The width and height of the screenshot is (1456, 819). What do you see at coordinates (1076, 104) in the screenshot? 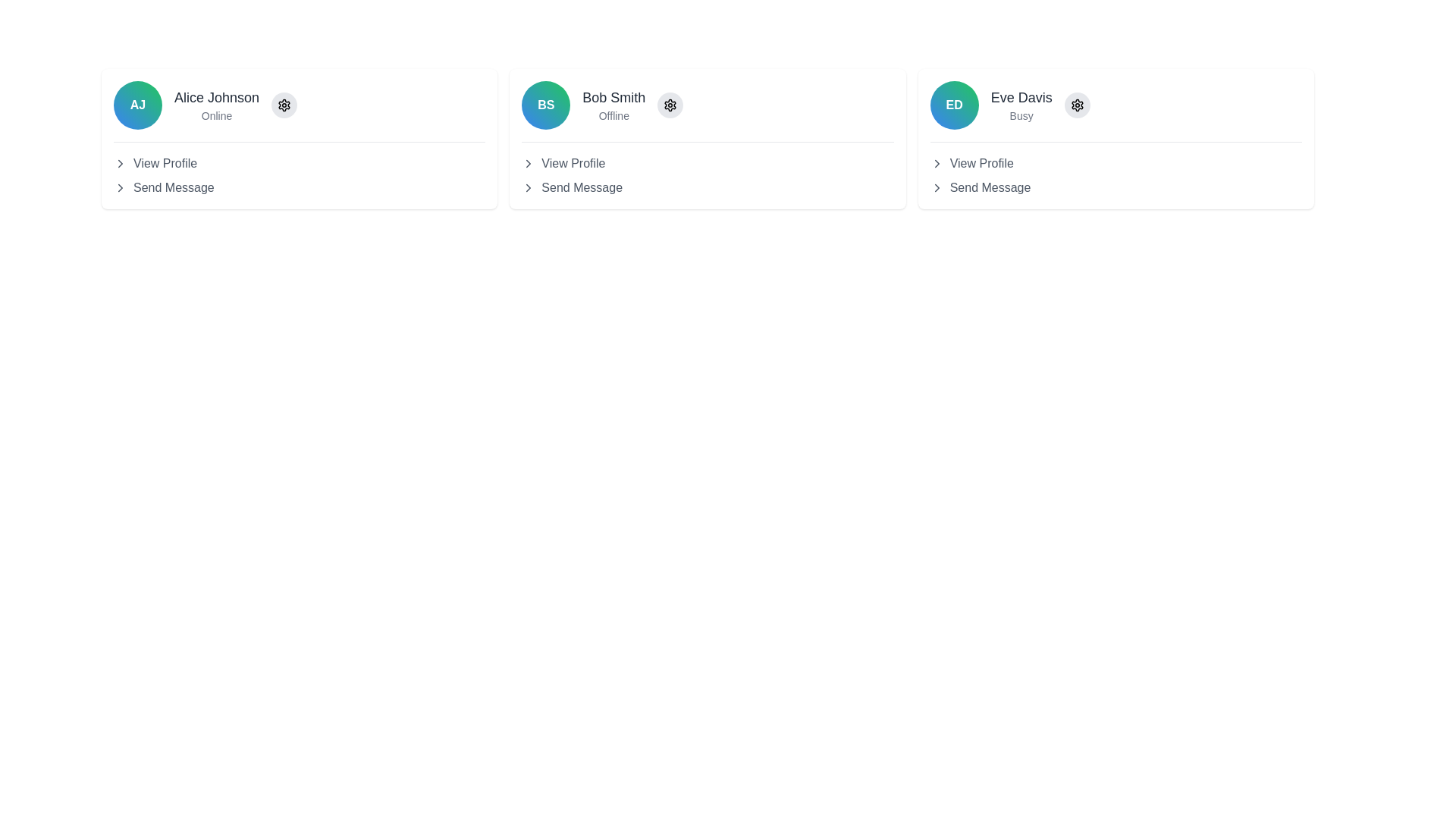
I see `the gear-shaped settings icon located to the right of the name 'Eve Davis'` at bounding box center [1076, 104].